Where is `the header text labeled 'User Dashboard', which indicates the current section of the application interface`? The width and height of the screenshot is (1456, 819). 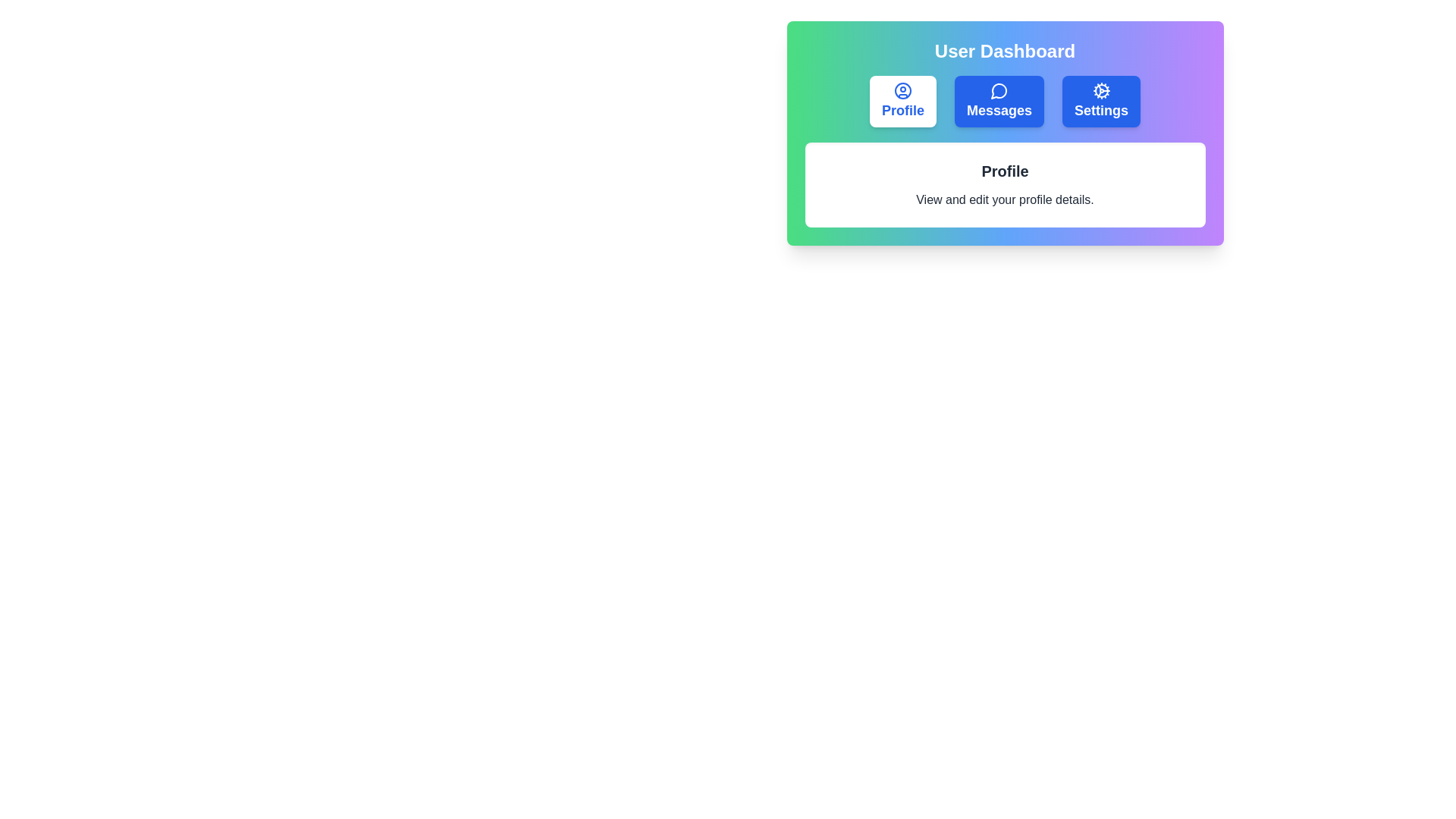
the header text labeled 'User Dashboard', which indicates the current section of the application interface is located at coordinates (1005, 51).